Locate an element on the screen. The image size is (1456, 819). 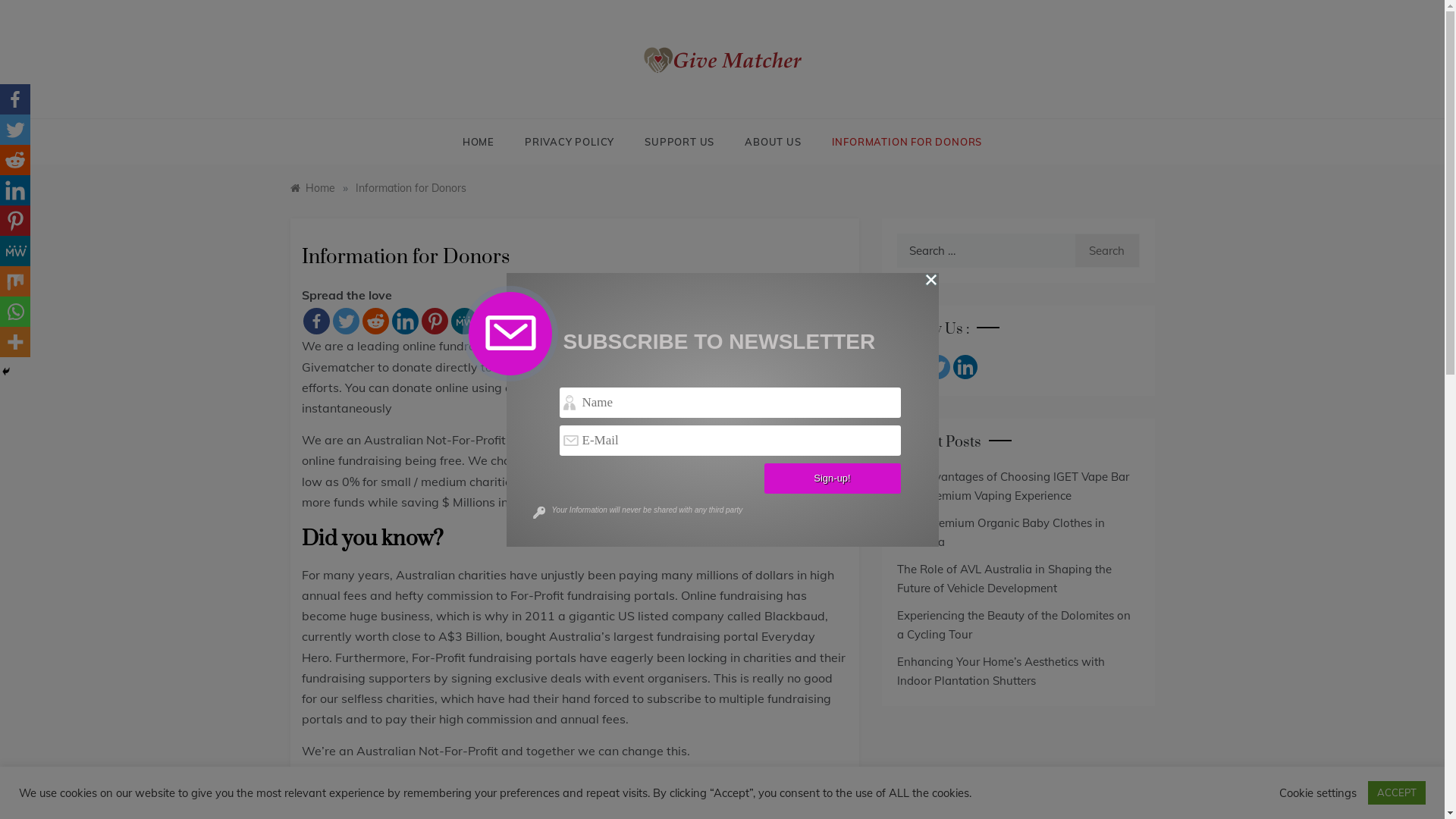
'Home' is located at coordinates (290, 187).